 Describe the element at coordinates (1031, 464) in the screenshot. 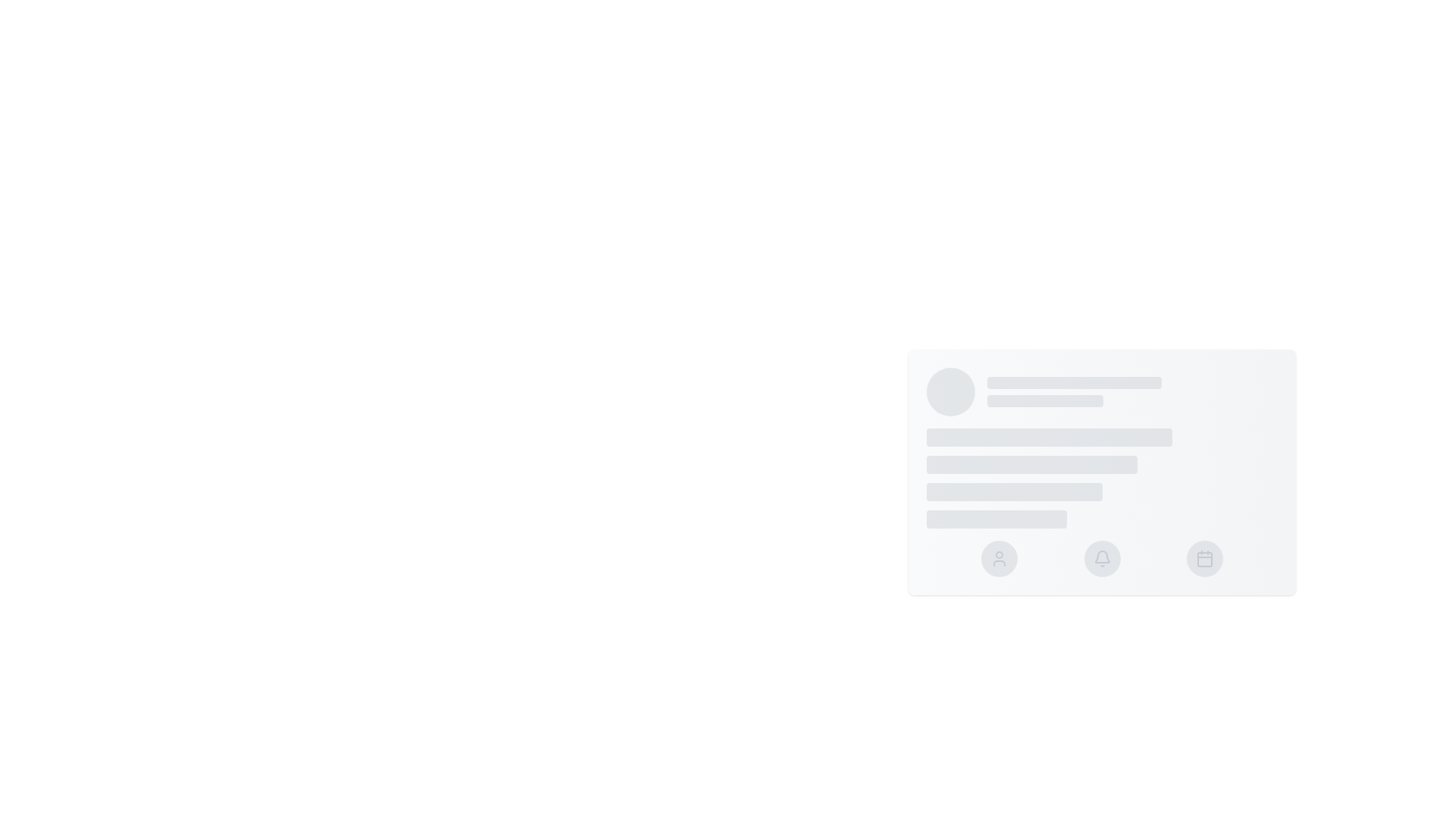

I see `the second skeleton loader bar element, which is a gray, horizontally elongated rectangular placeholder with rounded corners, positioned centrally below the first element in a vertically stacked group` at that location.